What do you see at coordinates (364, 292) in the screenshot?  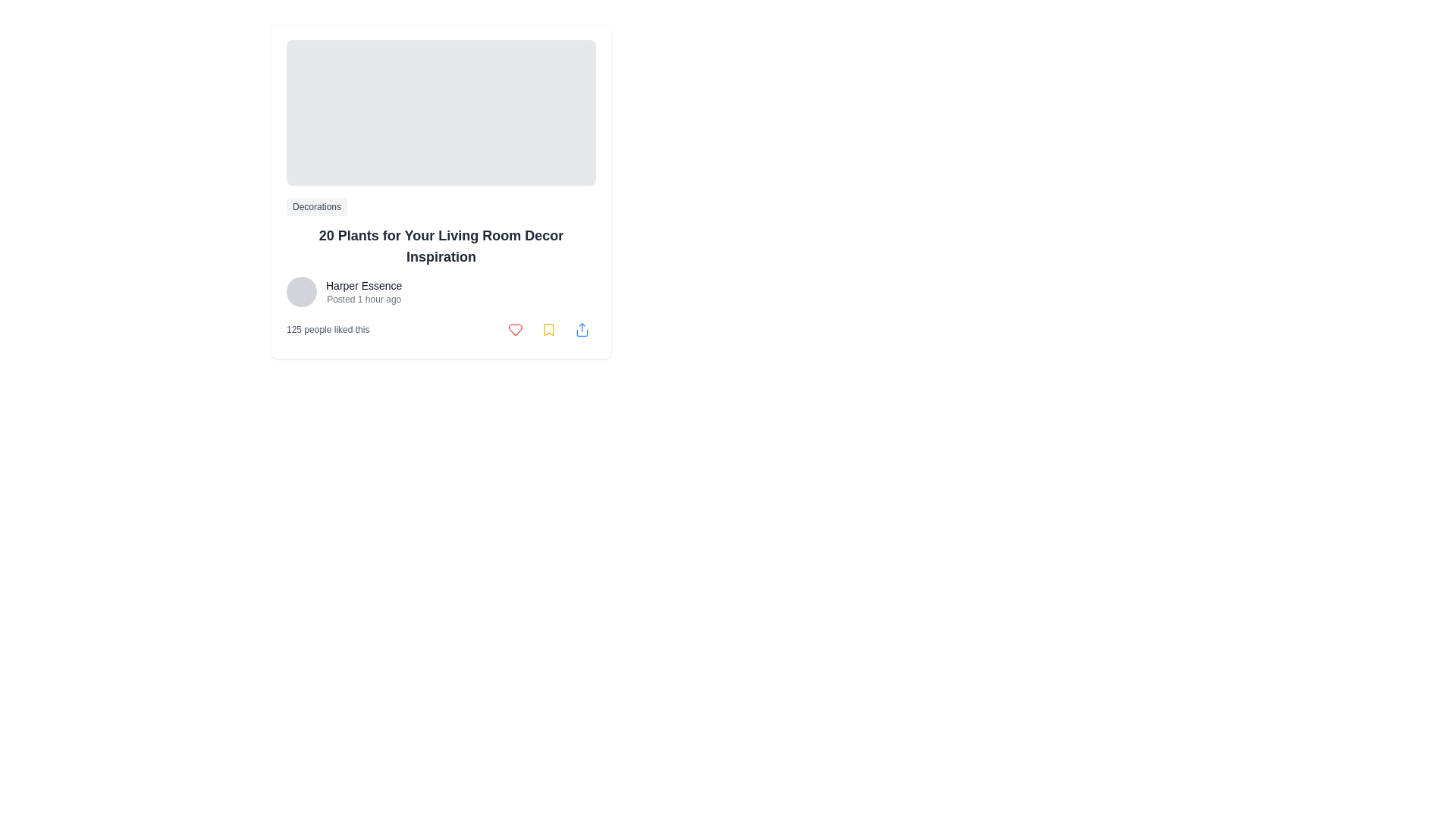 I see `the Information display block containing the text 'Harper Essence' and 'Posted 1 hour ago'` at bounding box center [364, 292].